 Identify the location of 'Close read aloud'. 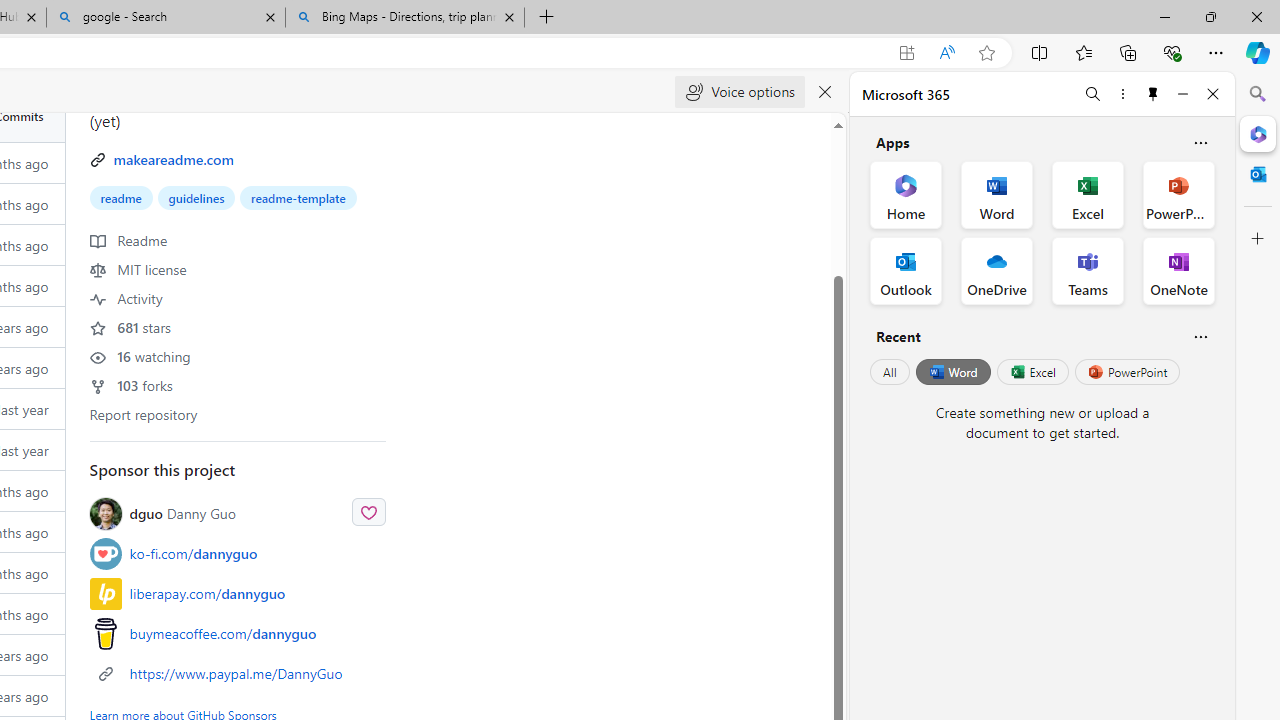
(825, 92).